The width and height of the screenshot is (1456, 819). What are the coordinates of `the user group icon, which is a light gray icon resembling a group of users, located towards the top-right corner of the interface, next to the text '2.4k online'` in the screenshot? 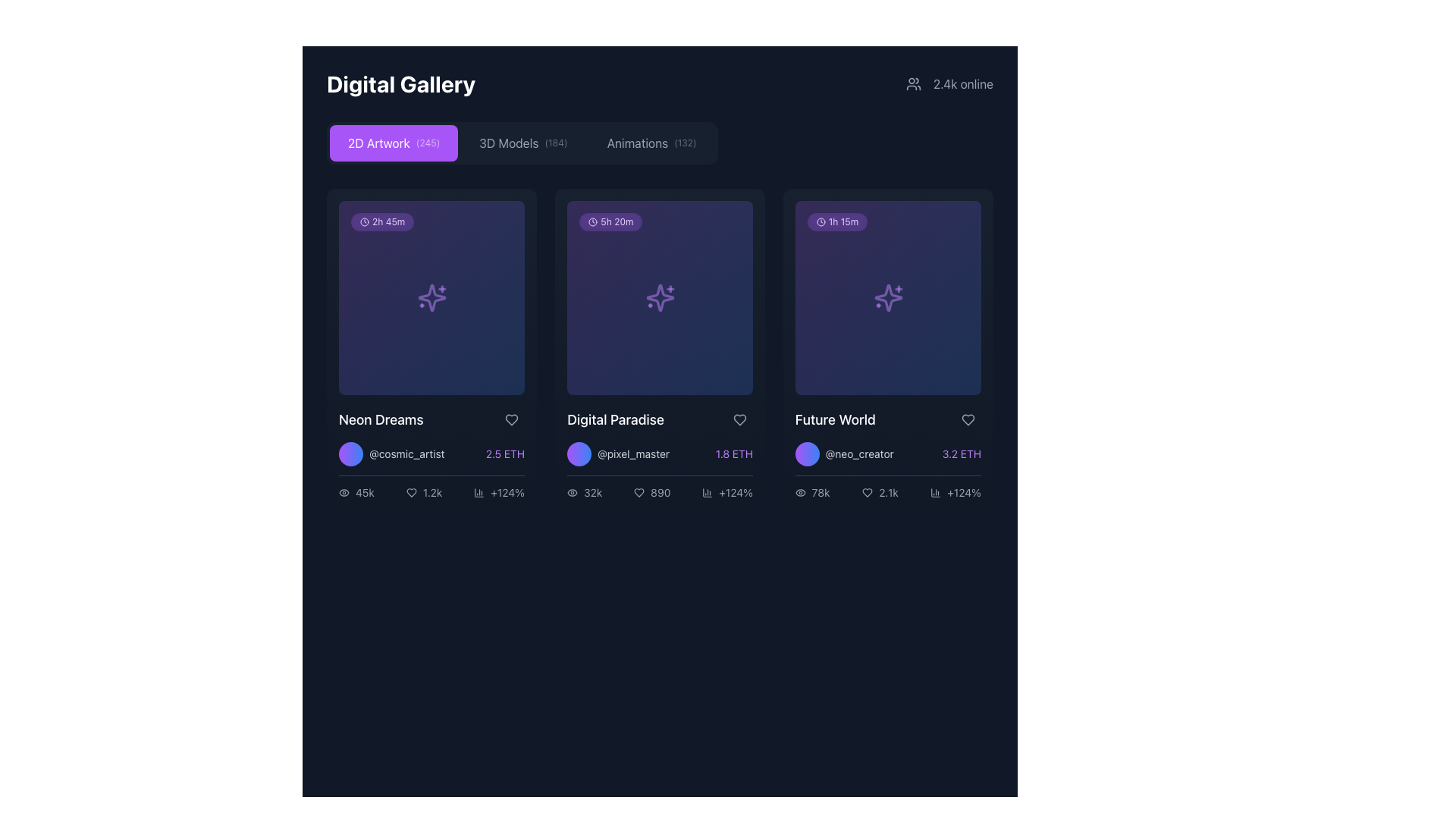 It's located at (912, 84).